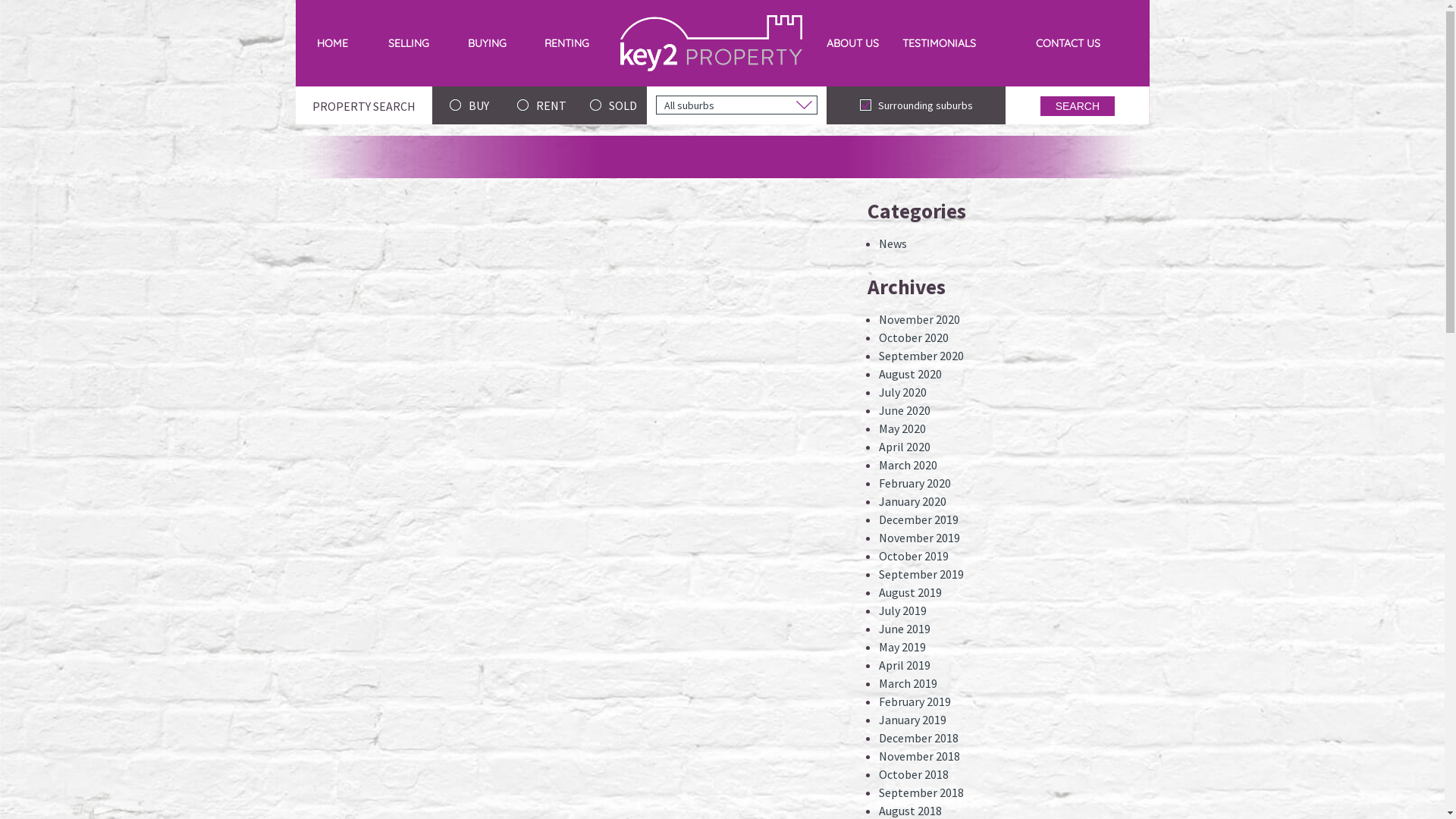 The image size is (1456, 819). Describe the element at coordinates (331, 42) in the screenshot. I see `'HOME'` at that location.